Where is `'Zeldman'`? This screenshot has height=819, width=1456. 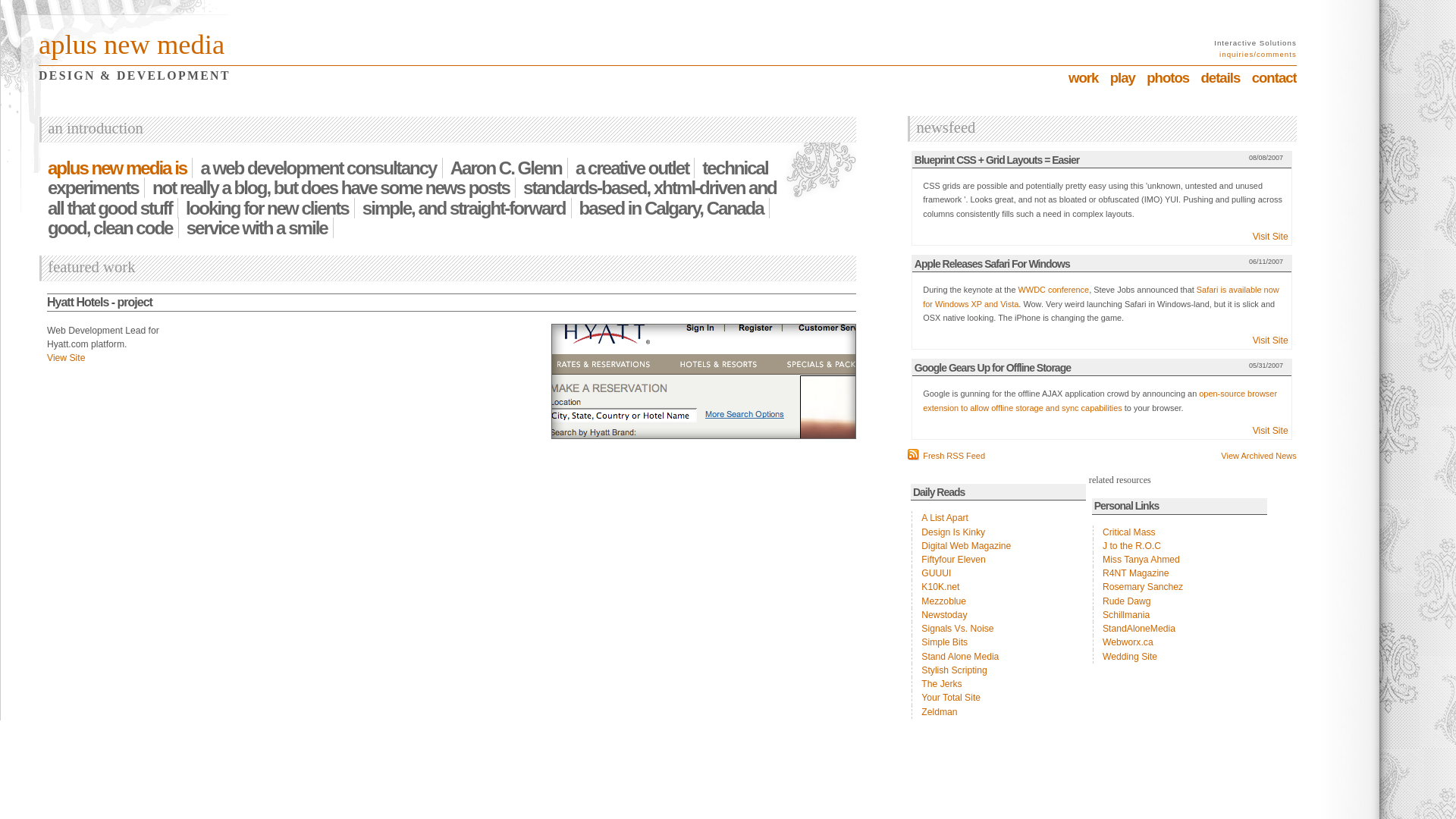
'Zeldman' is located at coordinates (998, 711).